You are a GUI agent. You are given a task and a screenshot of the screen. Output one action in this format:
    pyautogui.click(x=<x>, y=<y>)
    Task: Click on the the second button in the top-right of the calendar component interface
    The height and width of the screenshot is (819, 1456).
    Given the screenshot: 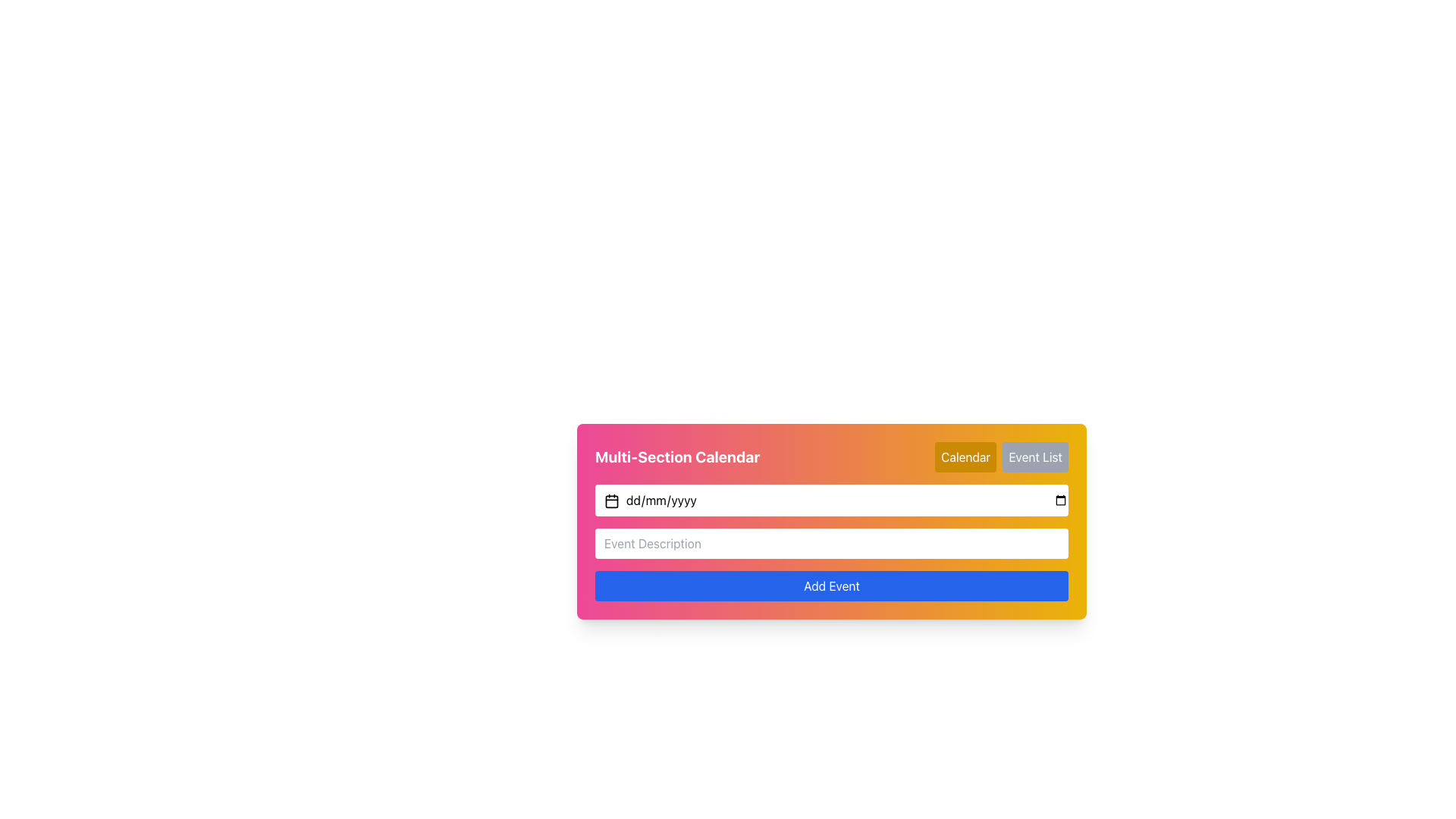 What is the action you would take?
    pyautogui.click(x=1034, y=456)
    